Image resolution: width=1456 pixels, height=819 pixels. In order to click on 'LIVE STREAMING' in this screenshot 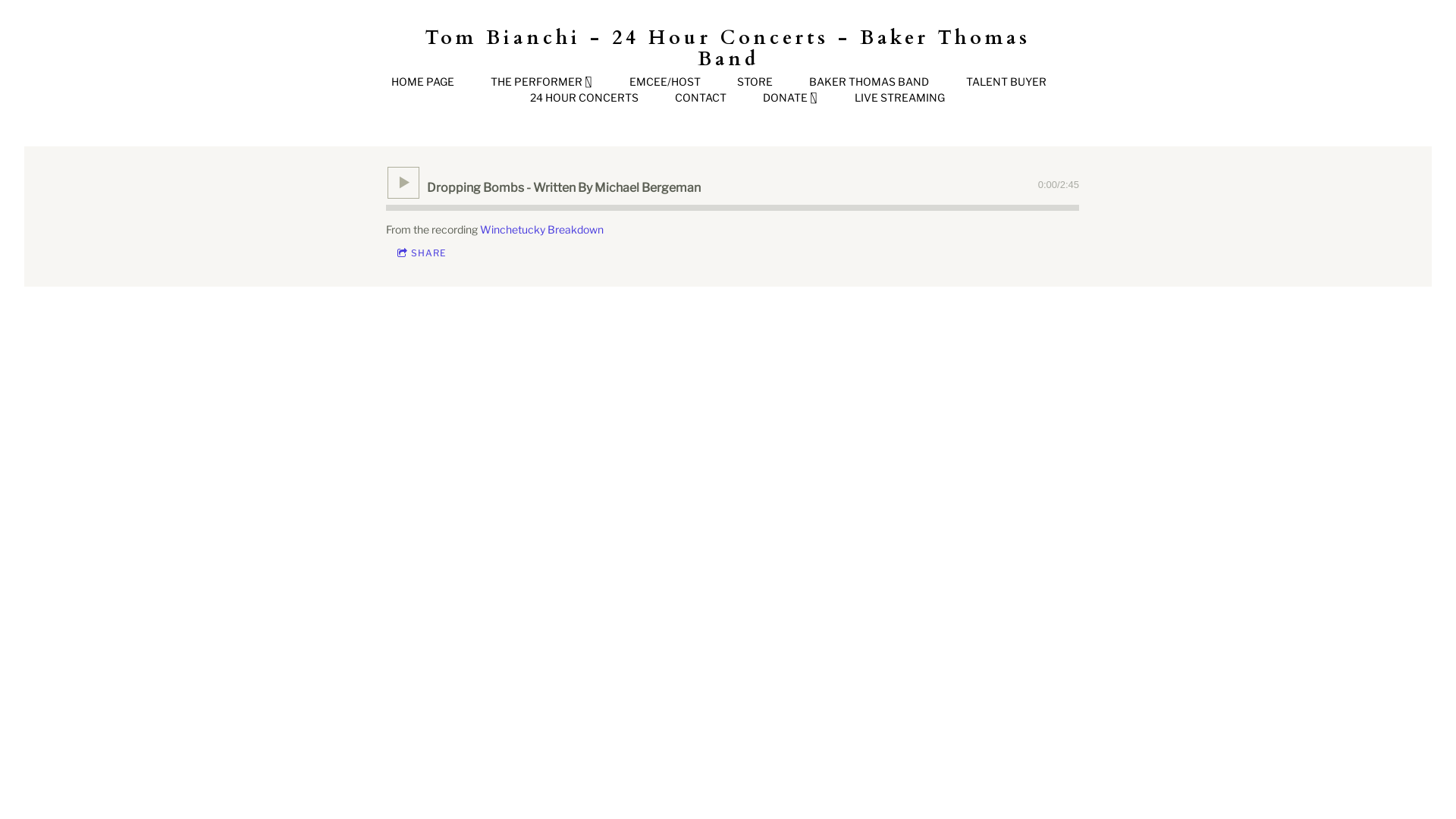, I will do `click(899, 97)`.